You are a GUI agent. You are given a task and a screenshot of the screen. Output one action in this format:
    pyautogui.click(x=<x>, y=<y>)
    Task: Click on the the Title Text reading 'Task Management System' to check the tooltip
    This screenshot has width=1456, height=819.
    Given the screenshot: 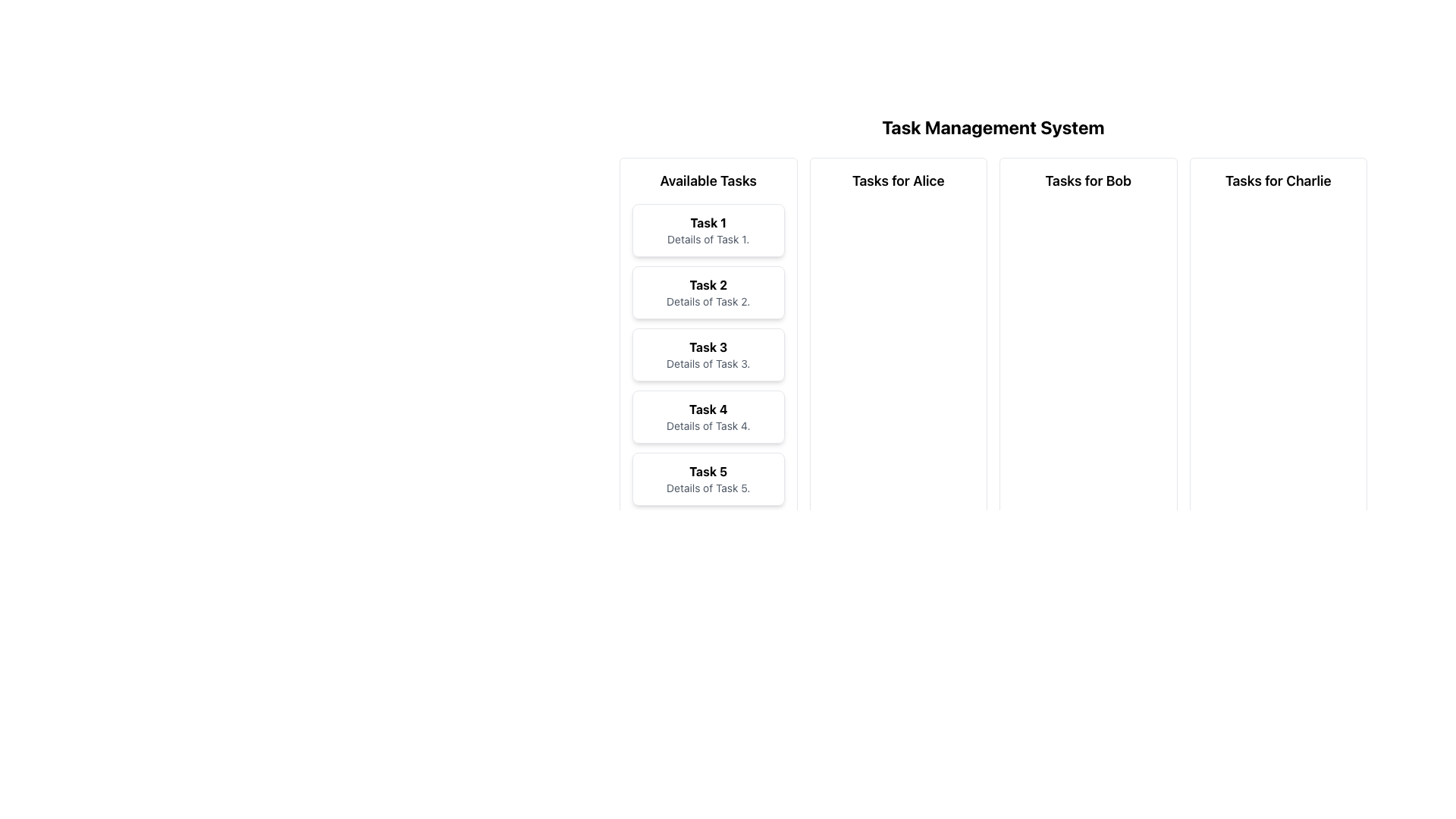 What is the action you would take?
    pyautogui.click(x=993, y=127)
    